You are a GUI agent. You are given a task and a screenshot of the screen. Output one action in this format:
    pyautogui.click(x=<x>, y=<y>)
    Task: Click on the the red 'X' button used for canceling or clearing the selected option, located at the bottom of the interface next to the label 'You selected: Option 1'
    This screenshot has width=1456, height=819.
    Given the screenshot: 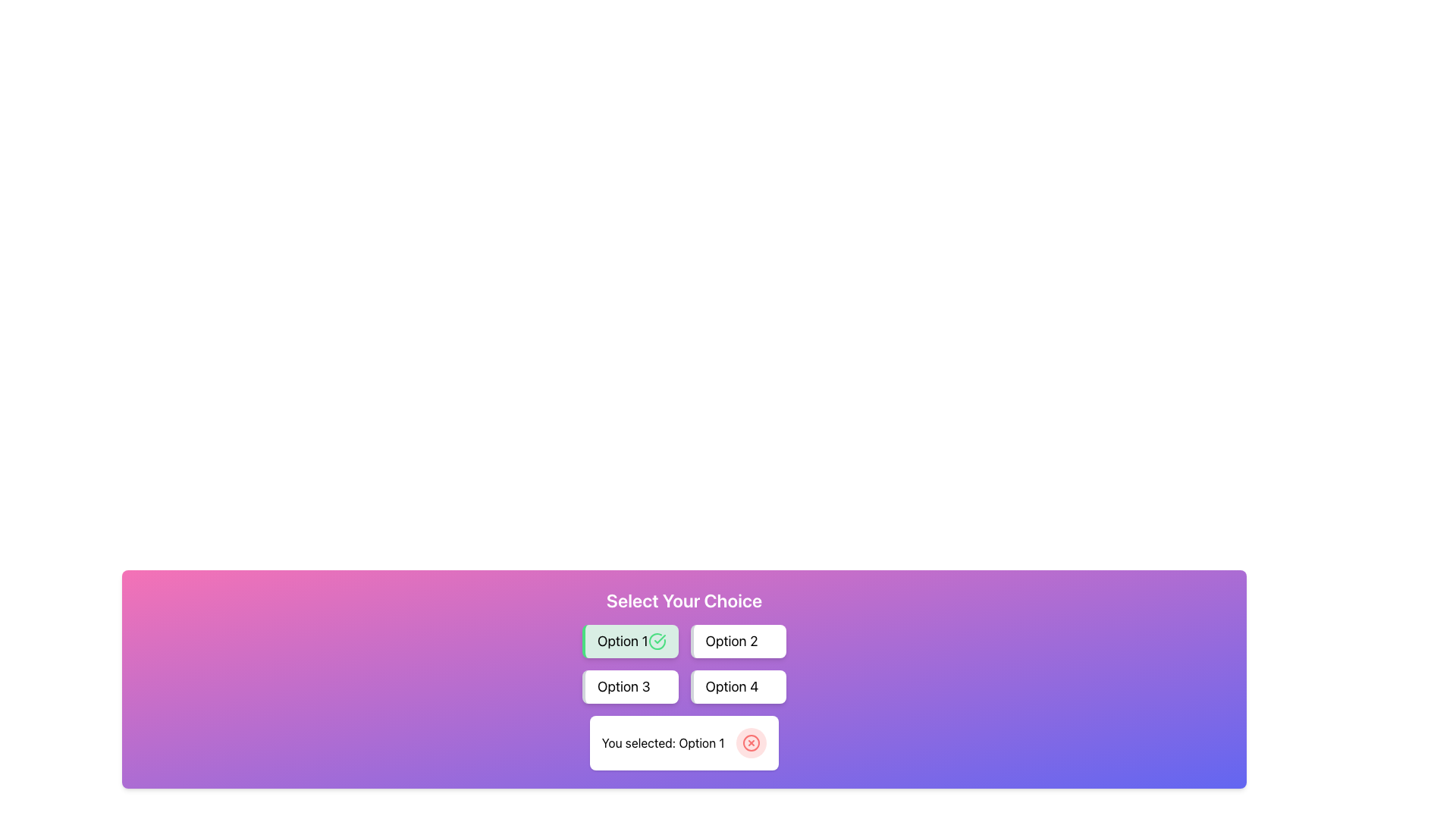 What is the action you would take?
    pyautogui.click(x=752, y=742)
    